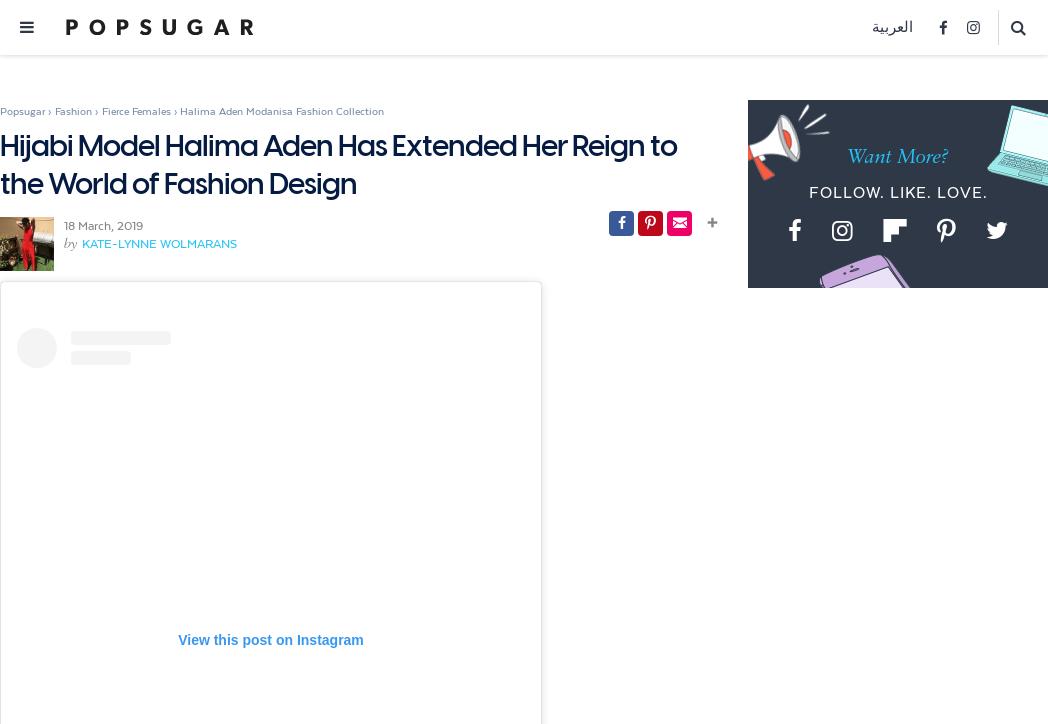  I want to click on 'Popsugar', so click(21, 110).